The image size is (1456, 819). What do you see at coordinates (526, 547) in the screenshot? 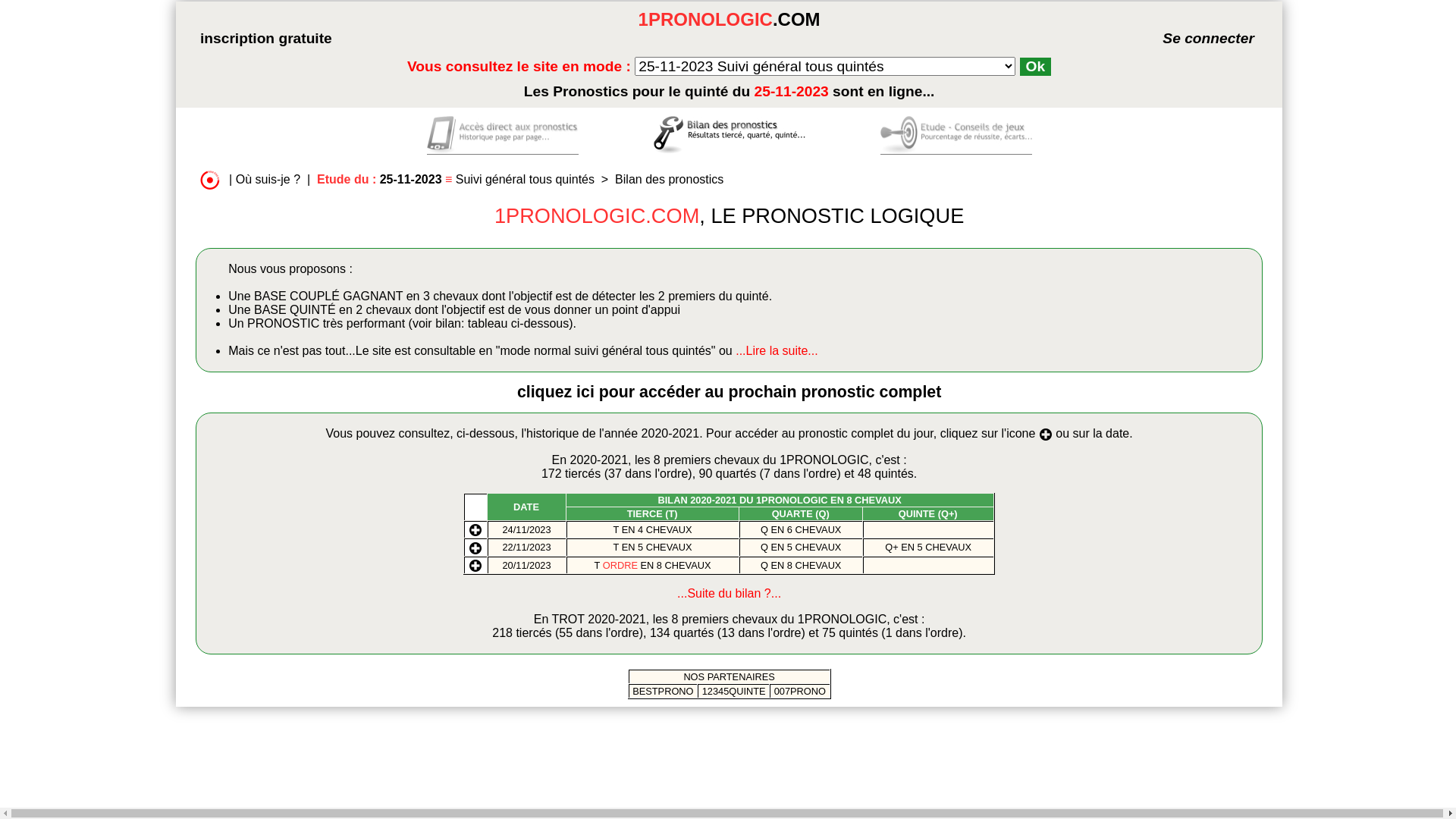
I see `' 22/11/2023 '` at bounding box center [526, 547].